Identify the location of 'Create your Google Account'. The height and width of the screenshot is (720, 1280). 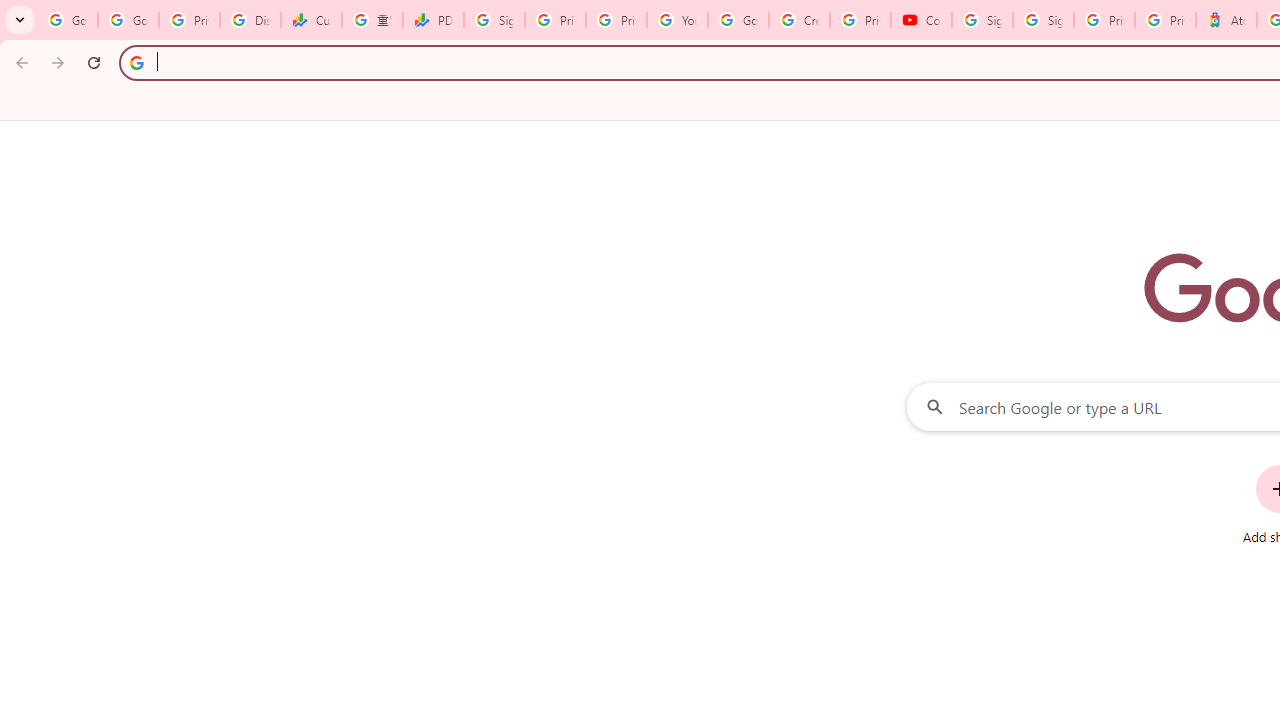
(798, 20).